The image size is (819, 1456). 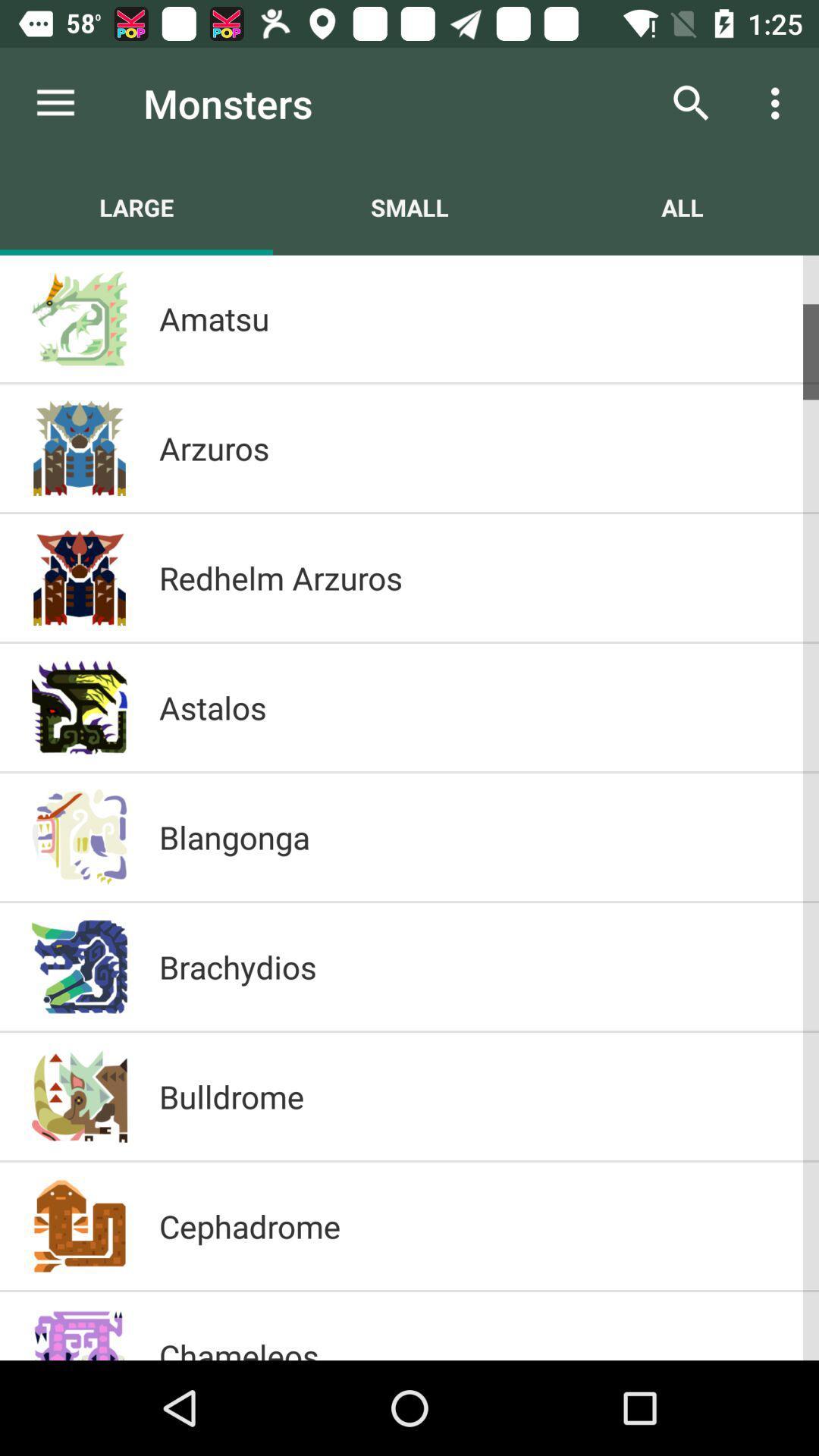 I want to click on icon below the blangonga icon, so click(x=472, y=966).